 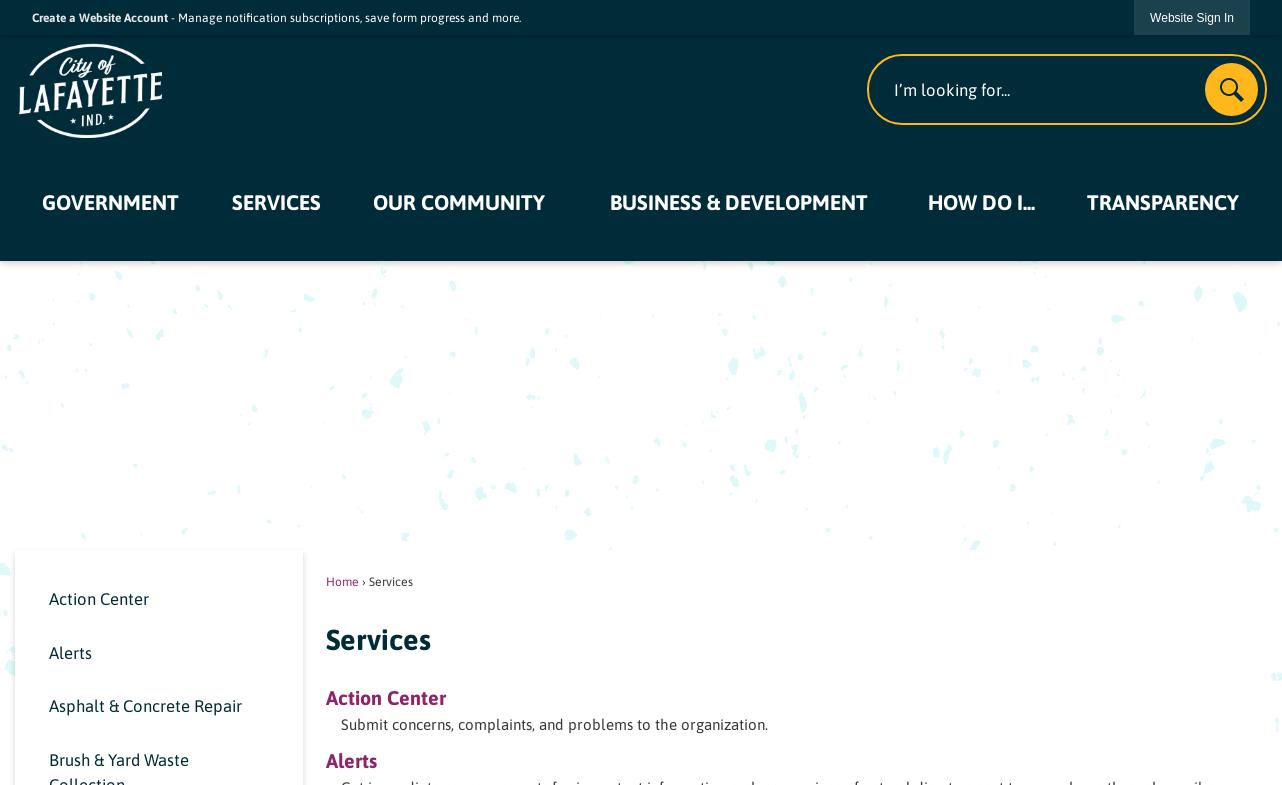 What do you see at coordinates (1162, 200) in the screenshot?
I see `'Transparency'` at bounding box center [1162, 200].